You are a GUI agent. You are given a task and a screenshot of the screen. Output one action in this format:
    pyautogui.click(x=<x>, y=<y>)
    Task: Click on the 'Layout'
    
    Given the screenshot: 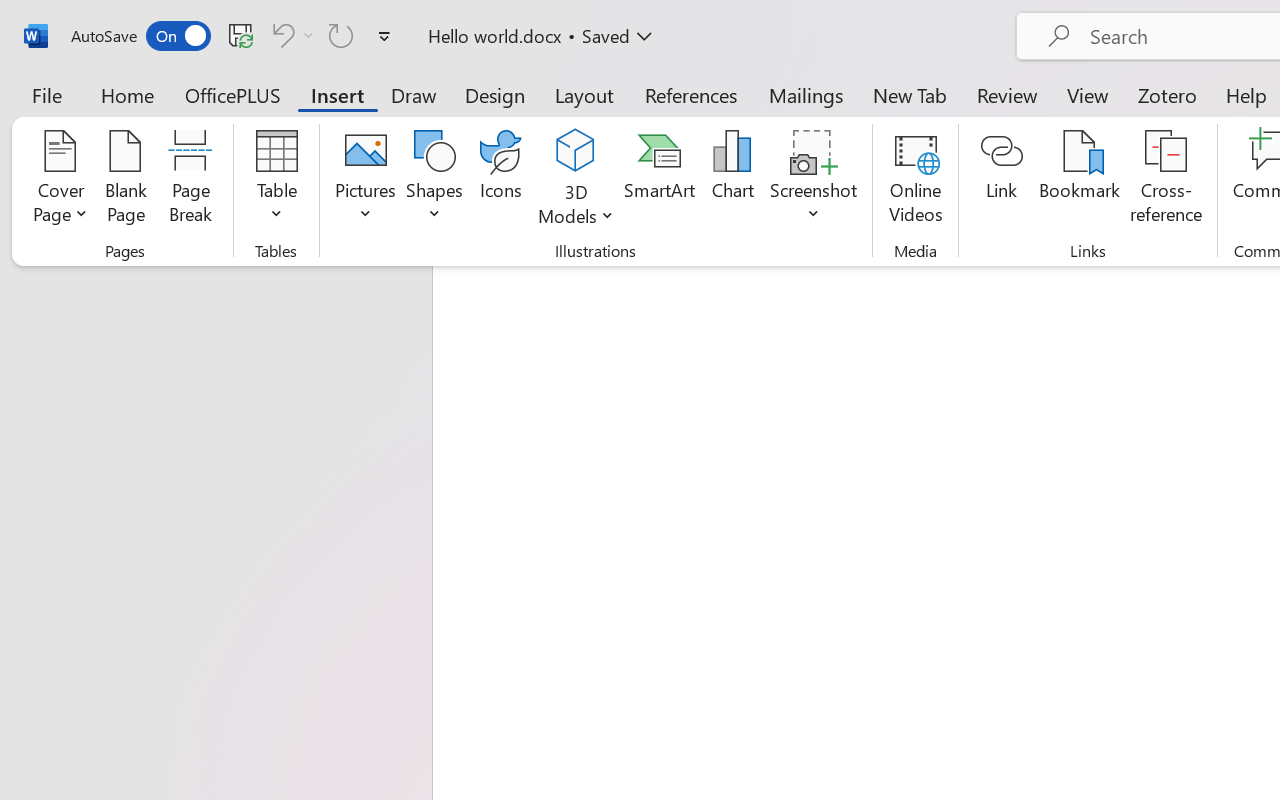 What is the action you would take?
    pyautogui.click(x=583, y=94)
    